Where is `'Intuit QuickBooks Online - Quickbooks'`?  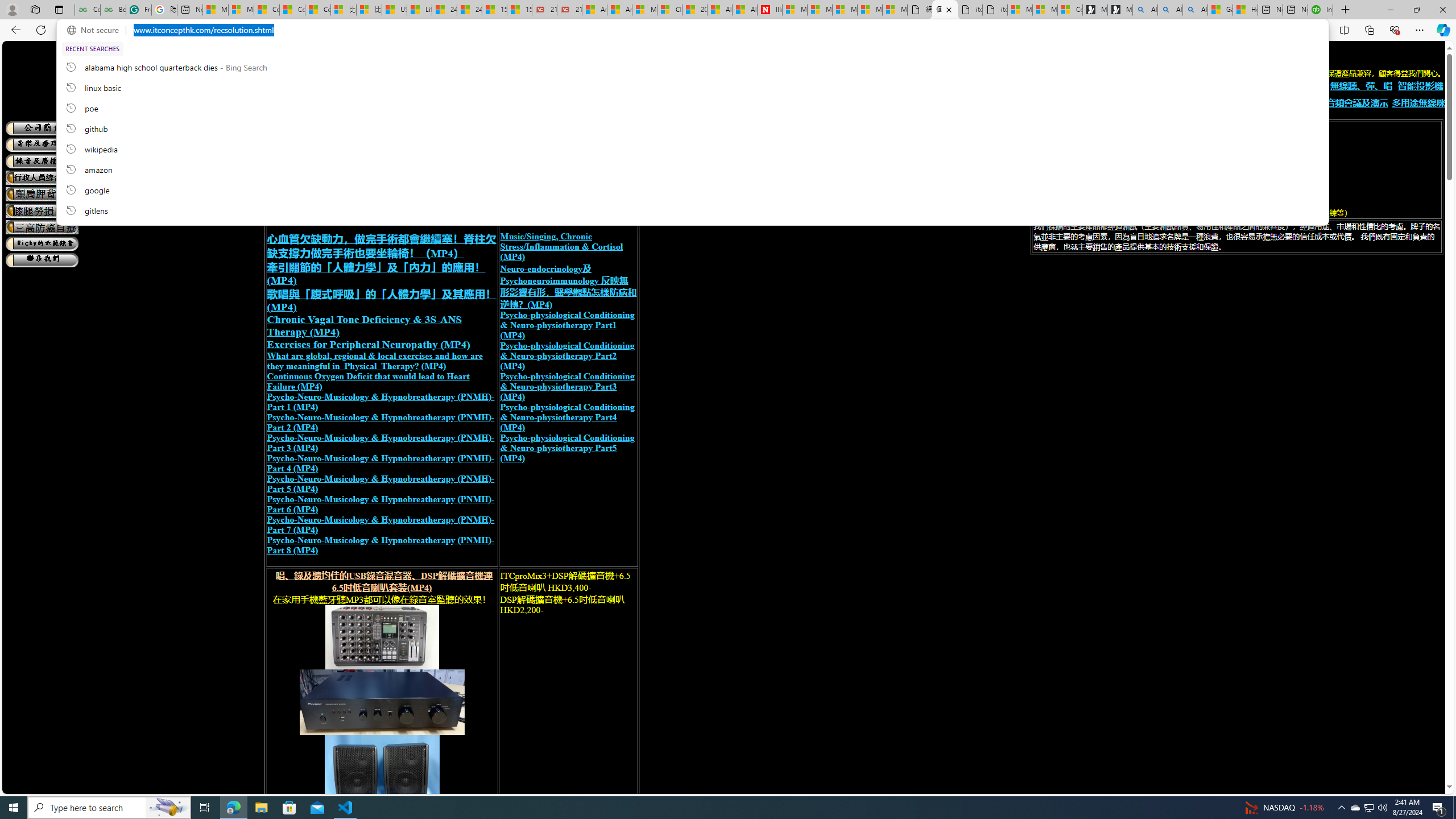
'Intuit QuickBooks Online - Quickbooks' is located at coordinates (1319, 9).